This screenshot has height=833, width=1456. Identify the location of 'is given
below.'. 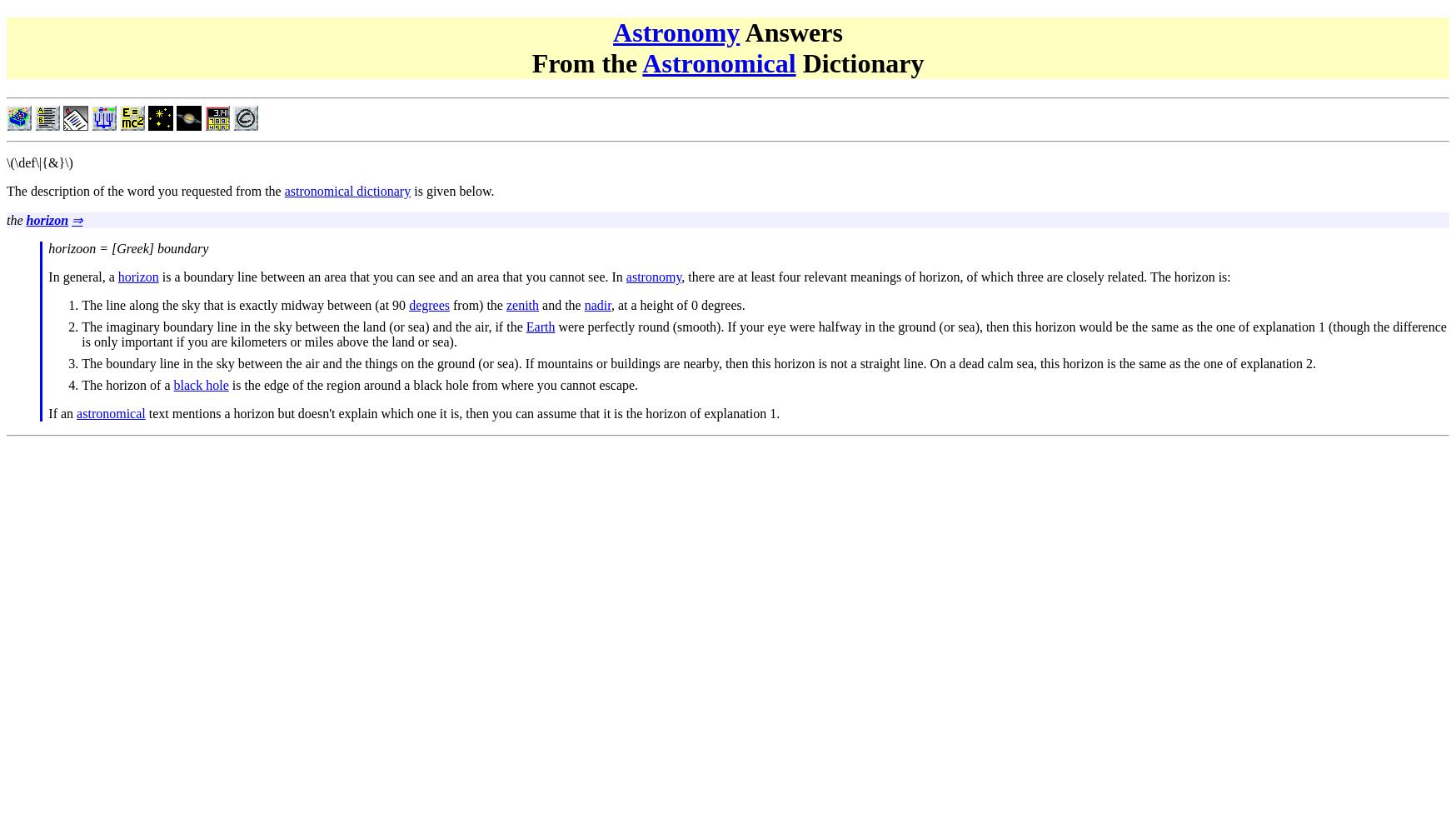
(451, 189).